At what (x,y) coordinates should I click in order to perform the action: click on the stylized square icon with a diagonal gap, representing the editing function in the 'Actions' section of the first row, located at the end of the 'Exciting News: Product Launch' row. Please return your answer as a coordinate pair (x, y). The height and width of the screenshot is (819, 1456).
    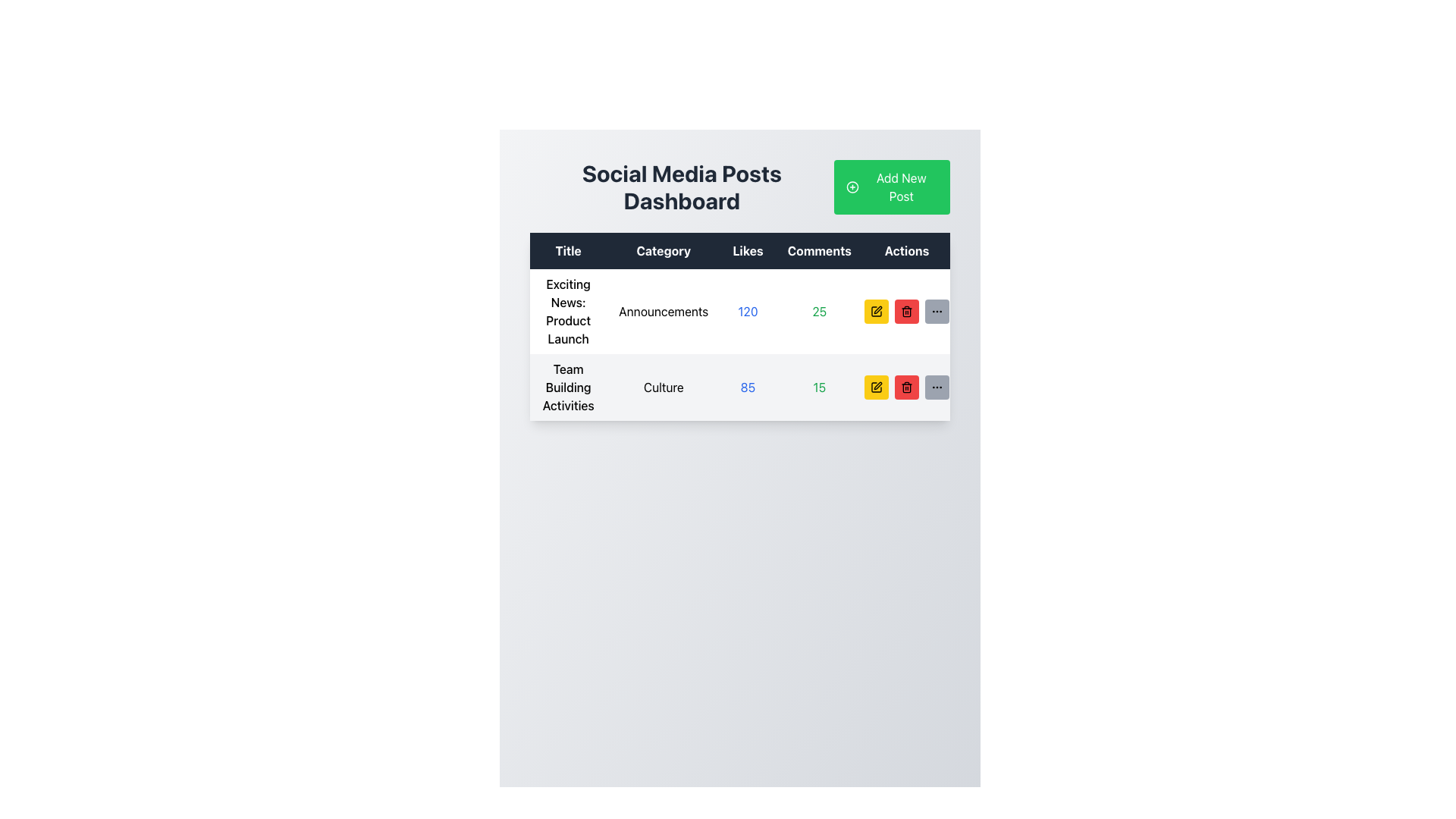
    Looking at the image, I should click on (877, 386).